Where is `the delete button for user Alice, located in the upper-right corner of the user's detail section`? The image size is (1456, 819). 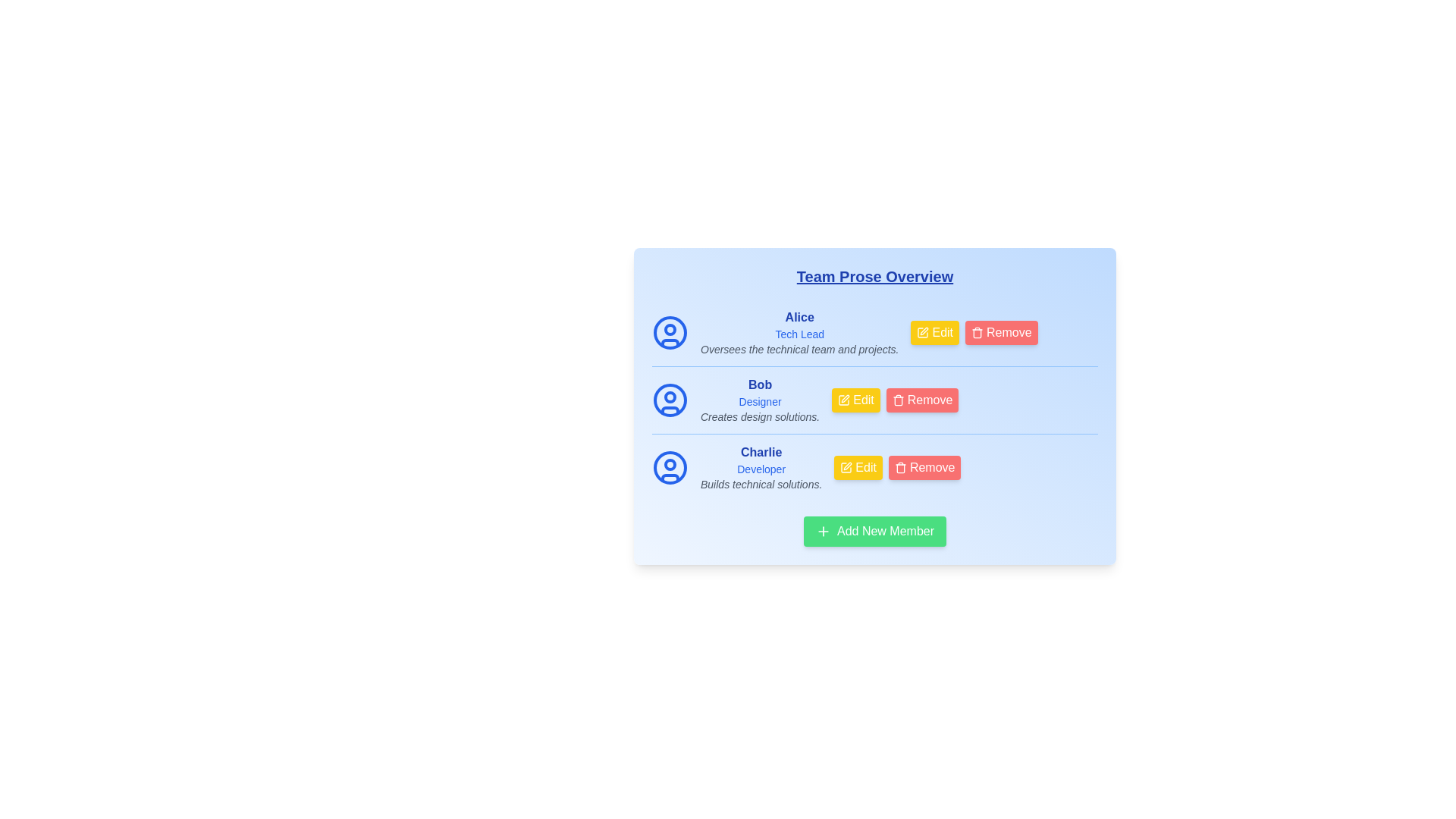 the delete button for user Alice, located in the upper-right corner of the user's detail section is located at coordinates (1001, 332).